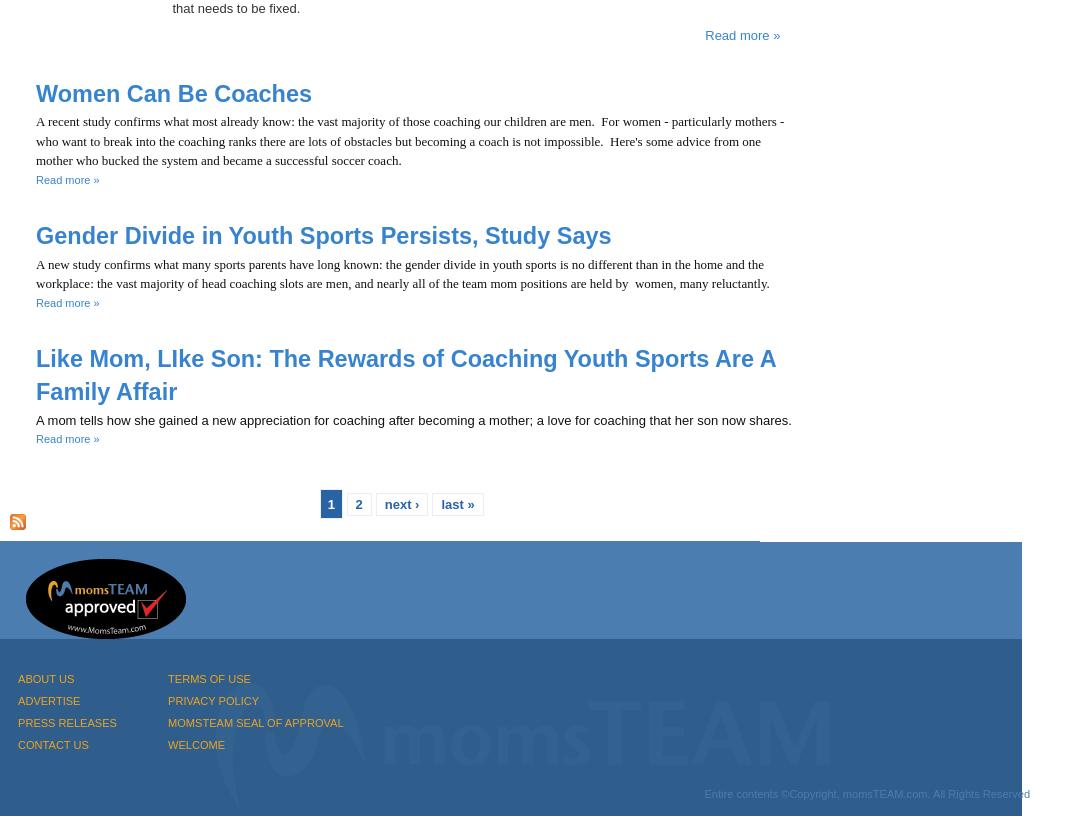  Describe the element at coordinates (408, 141) in the screenshot. I see `'A recent study confirms what most already know: the vast majority of those coaching our children are men.  For women - particularly mothers - who want to break into the coaching ranks there are lots of obstacles but becoming a coach is not impossible.  Here's some advice from one mother who bucked the system and became a successful soccer coach.'` at that location.